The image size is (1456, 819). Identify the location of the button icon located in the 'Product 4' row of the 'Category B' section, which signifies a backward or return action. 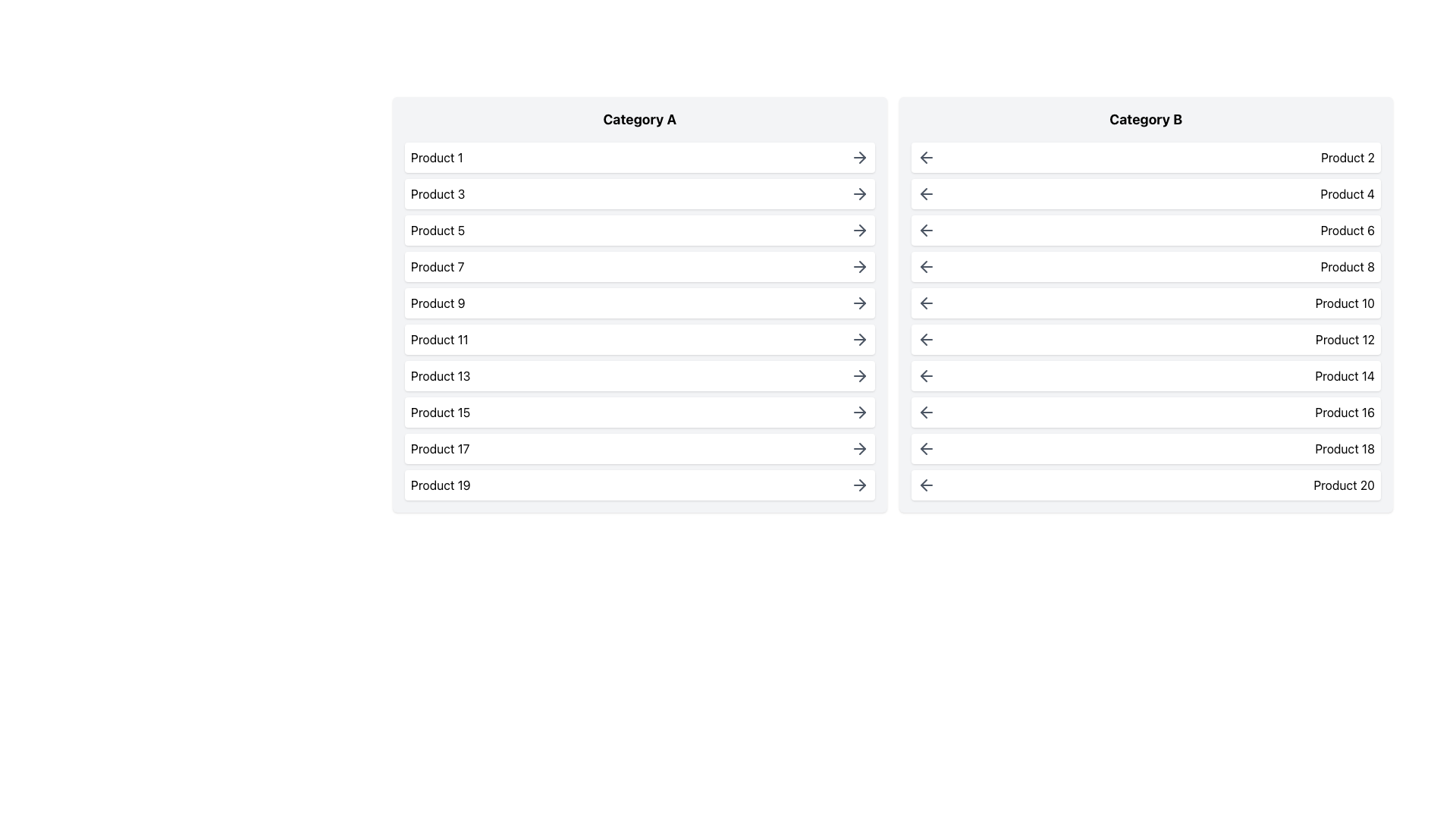
(925, 193).